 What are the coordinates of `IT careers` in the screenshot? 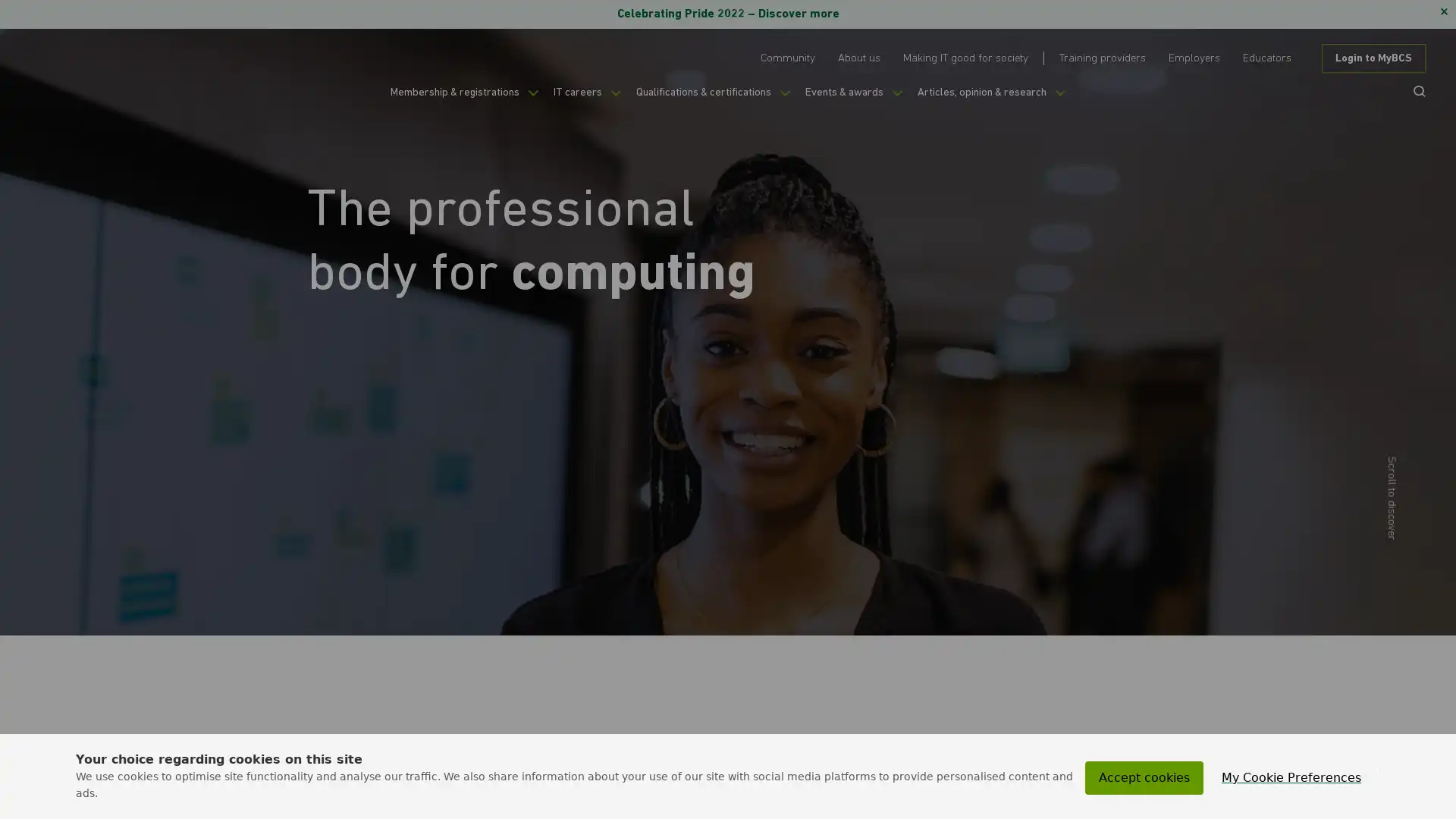 It's located at (573, 100).